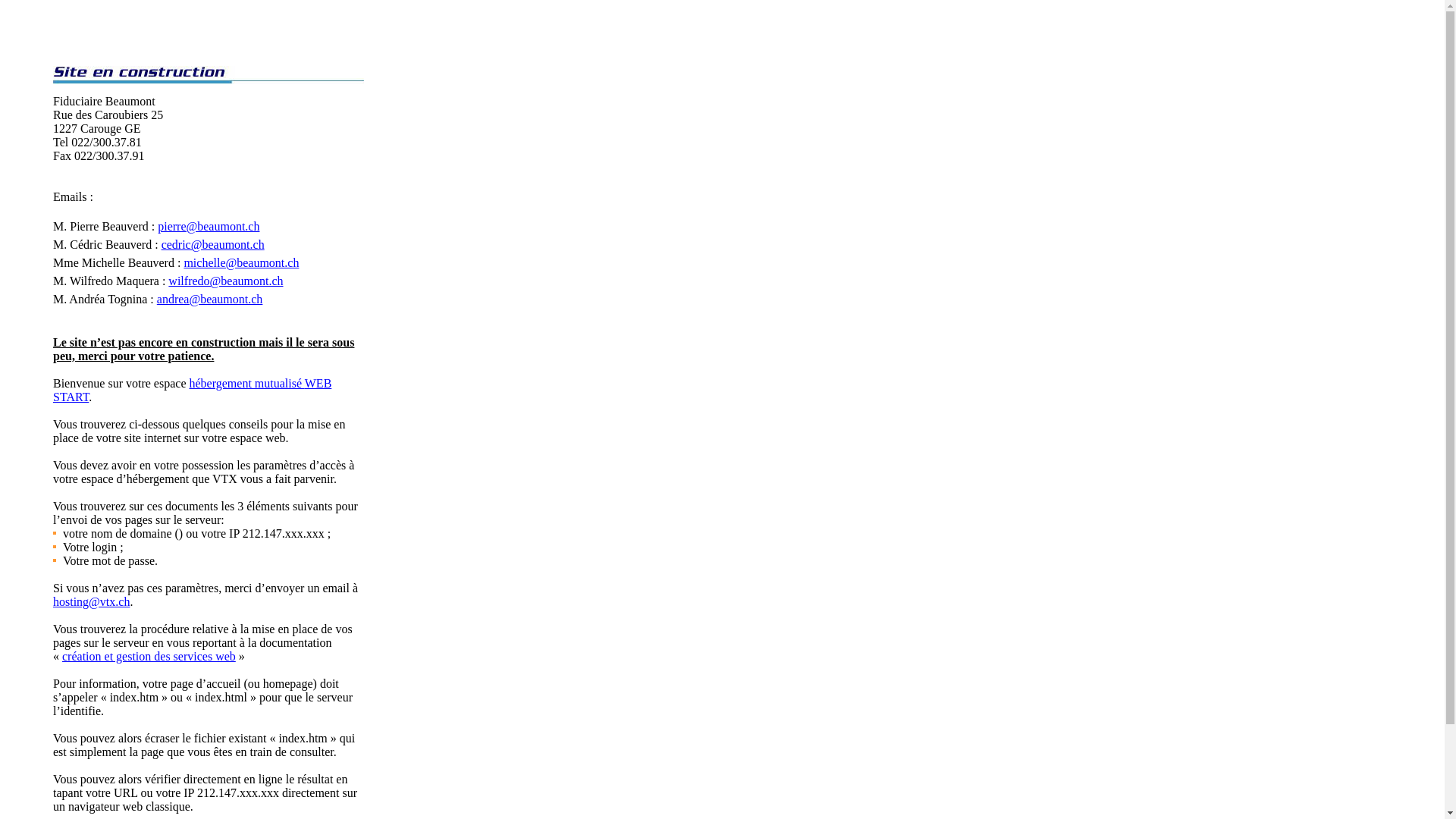  Describe the element at coordinates (53, 601) in the screenshot. I see `'hosting@vtx.ch'` at that location.